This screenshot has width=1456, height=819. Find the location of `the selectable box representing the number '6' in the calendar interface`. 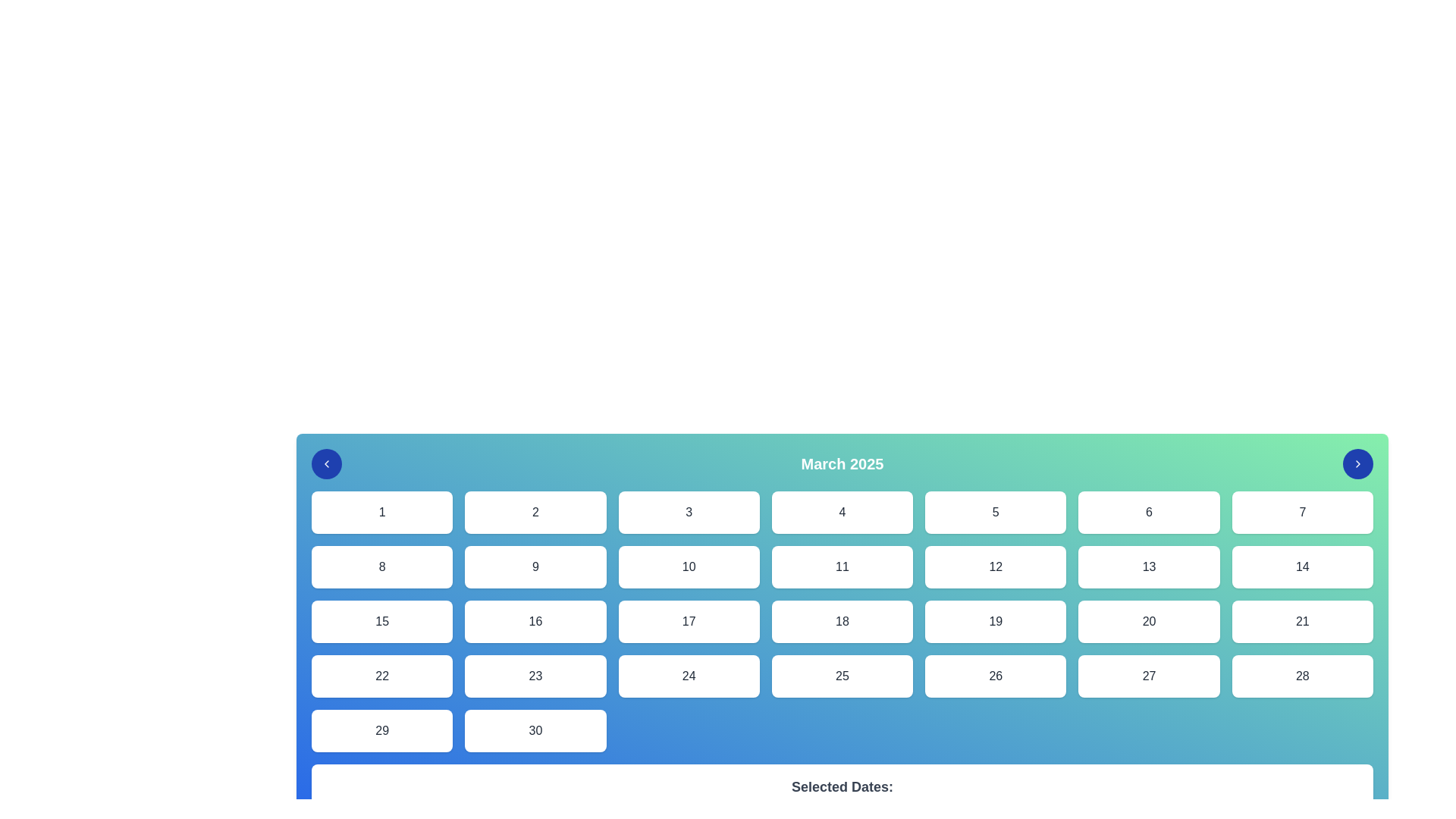

the selectable box representing the number '6' in the calendar interface is located at coordinates (1149, 512).